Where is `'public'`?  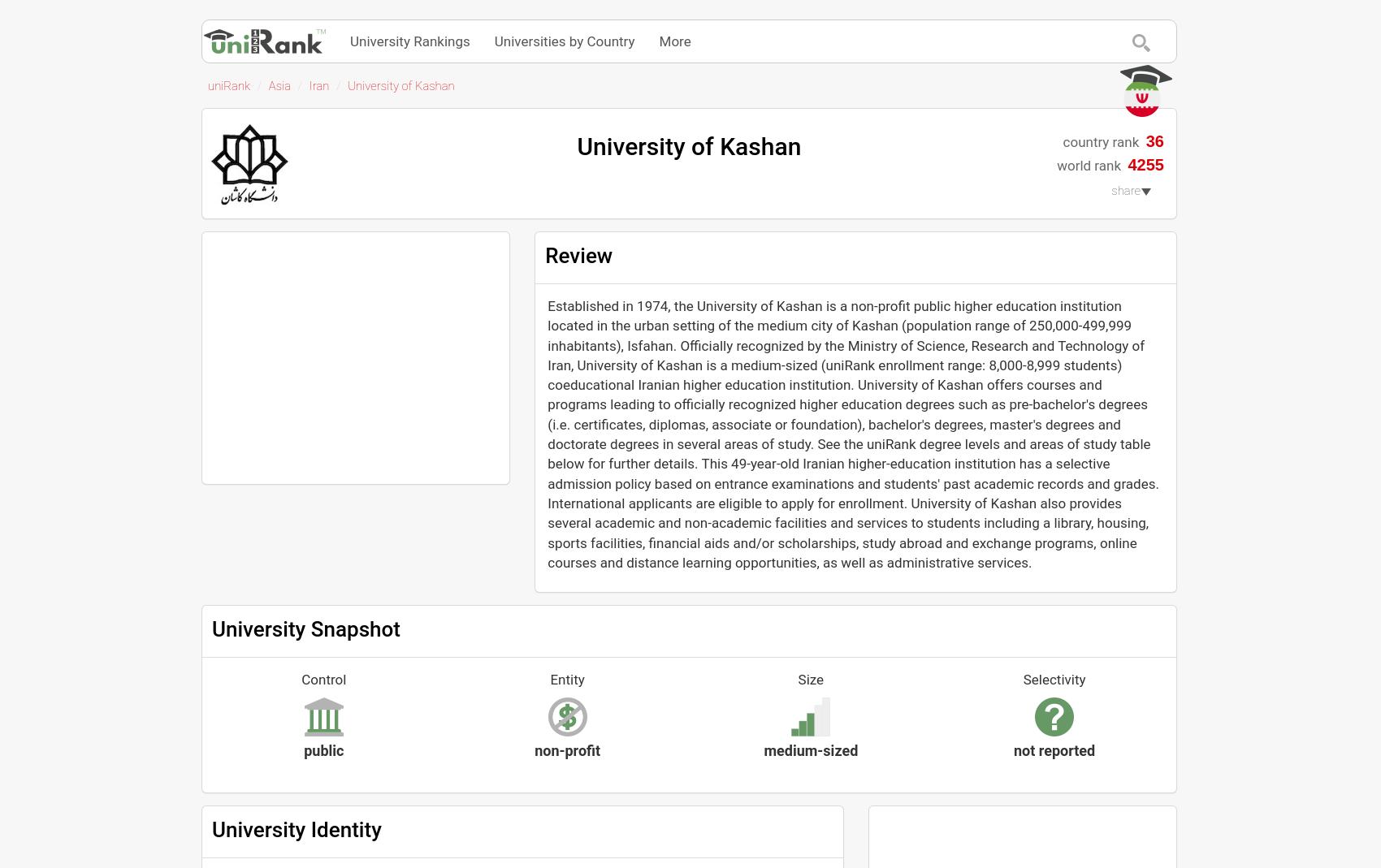 'public' is located at coordinates (303, 749).